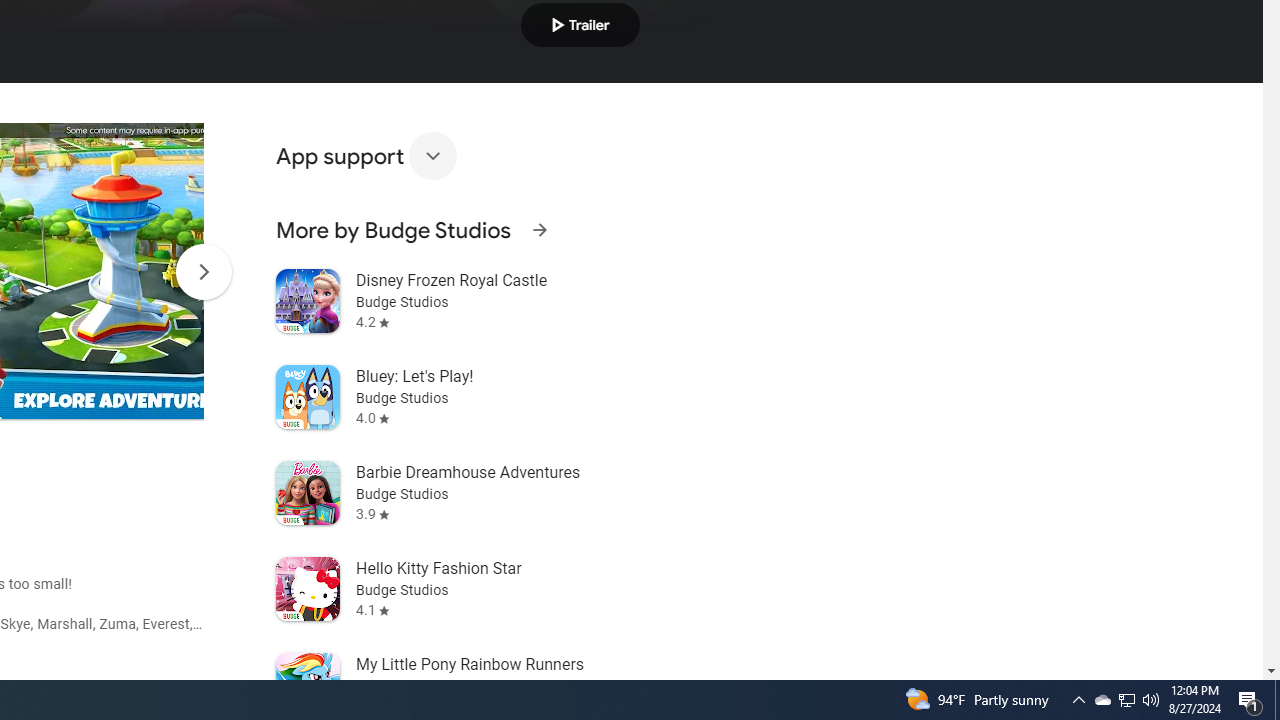  Describe the element at coordinates (539, 229) in the screenshot. I see `'See more information on More by Budge Studios'` at that location.